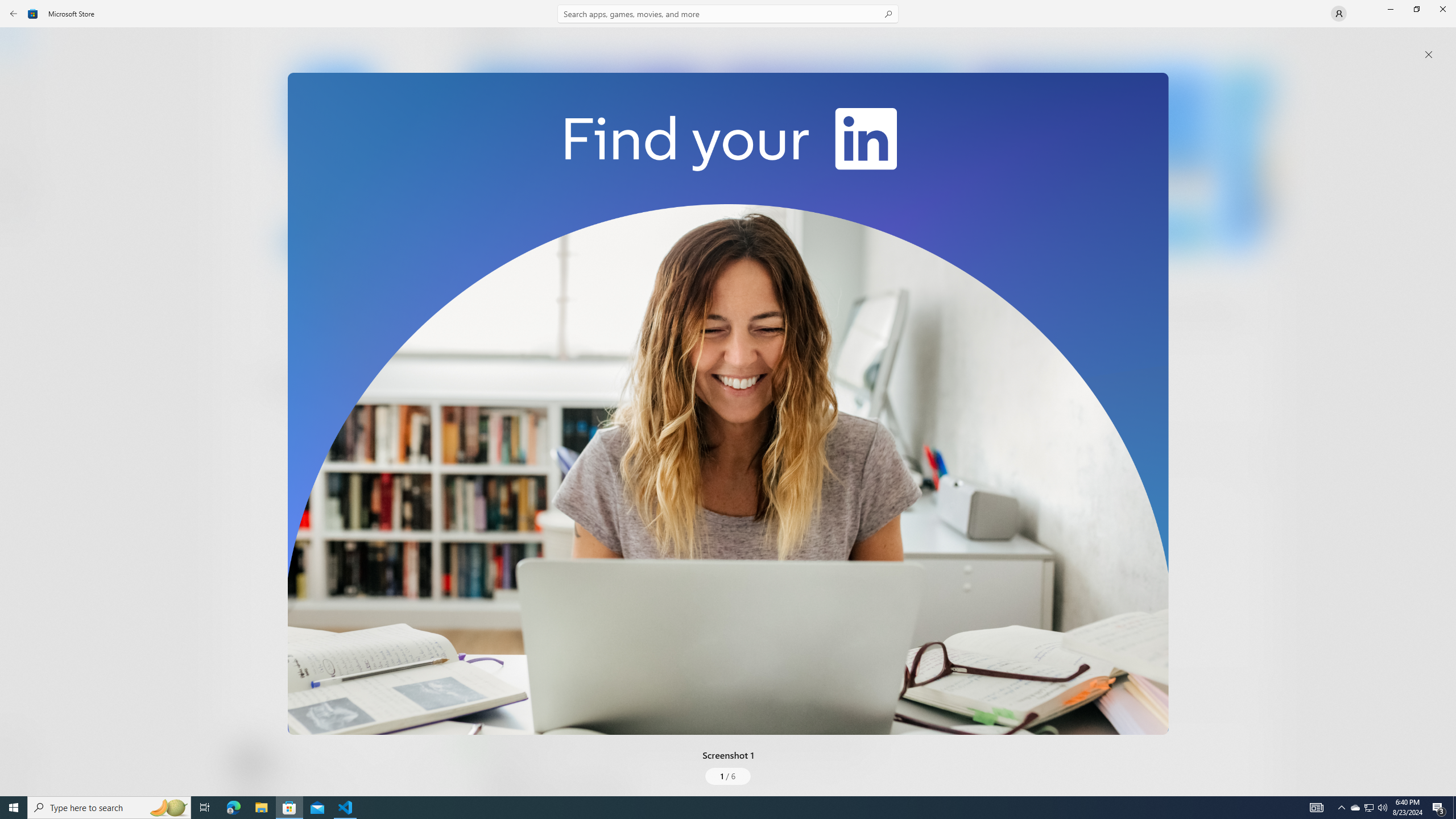 The width and height of the screenshot is (1456, 819). I want to click on 'Arcade', so click(19, 150).